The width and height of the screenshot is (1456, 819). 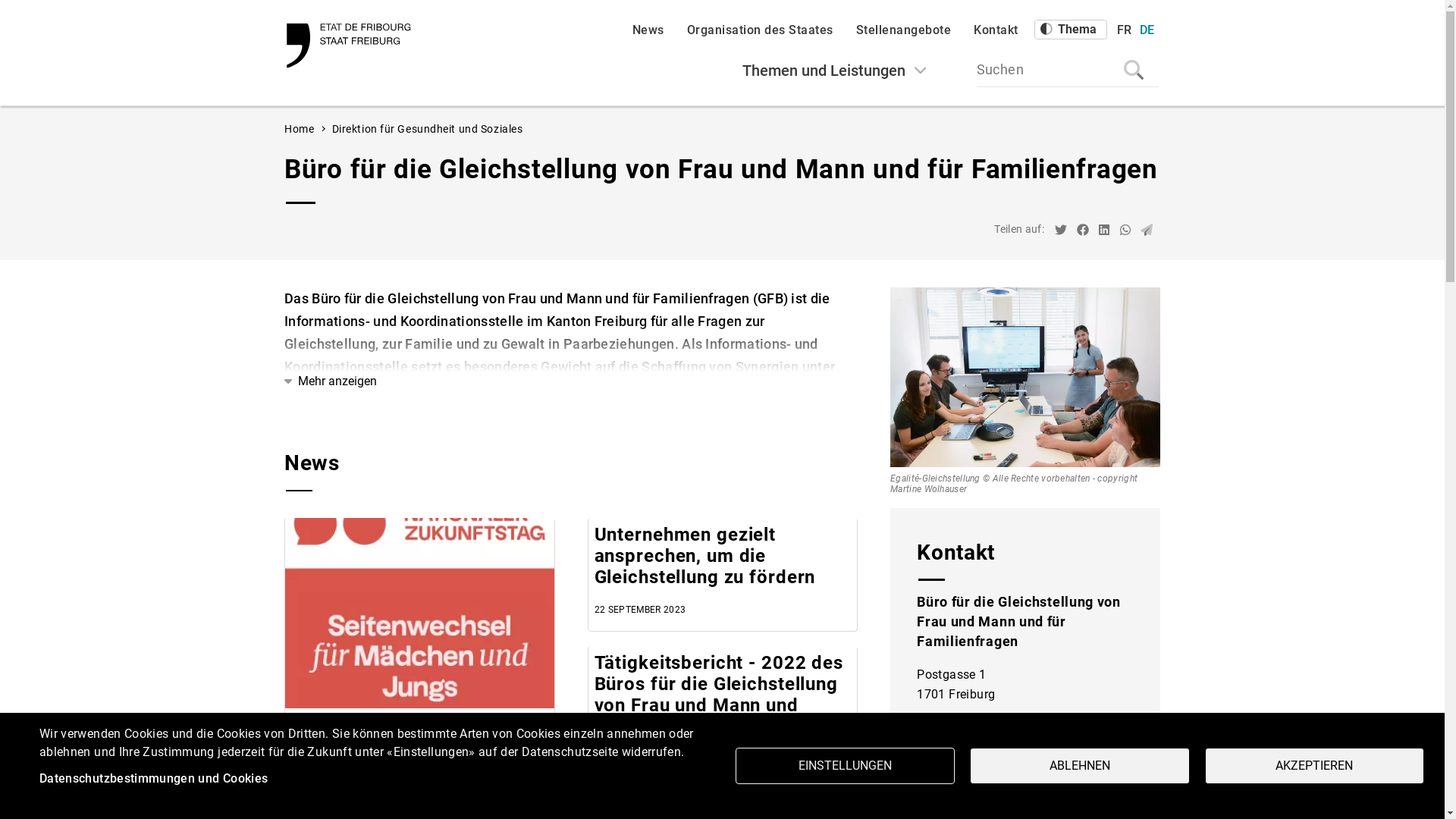 What do you see at coordinates (844, 766) in the screenshot?
I see `'EINSTELLUNGEN'` at bounding box center [844, 766].